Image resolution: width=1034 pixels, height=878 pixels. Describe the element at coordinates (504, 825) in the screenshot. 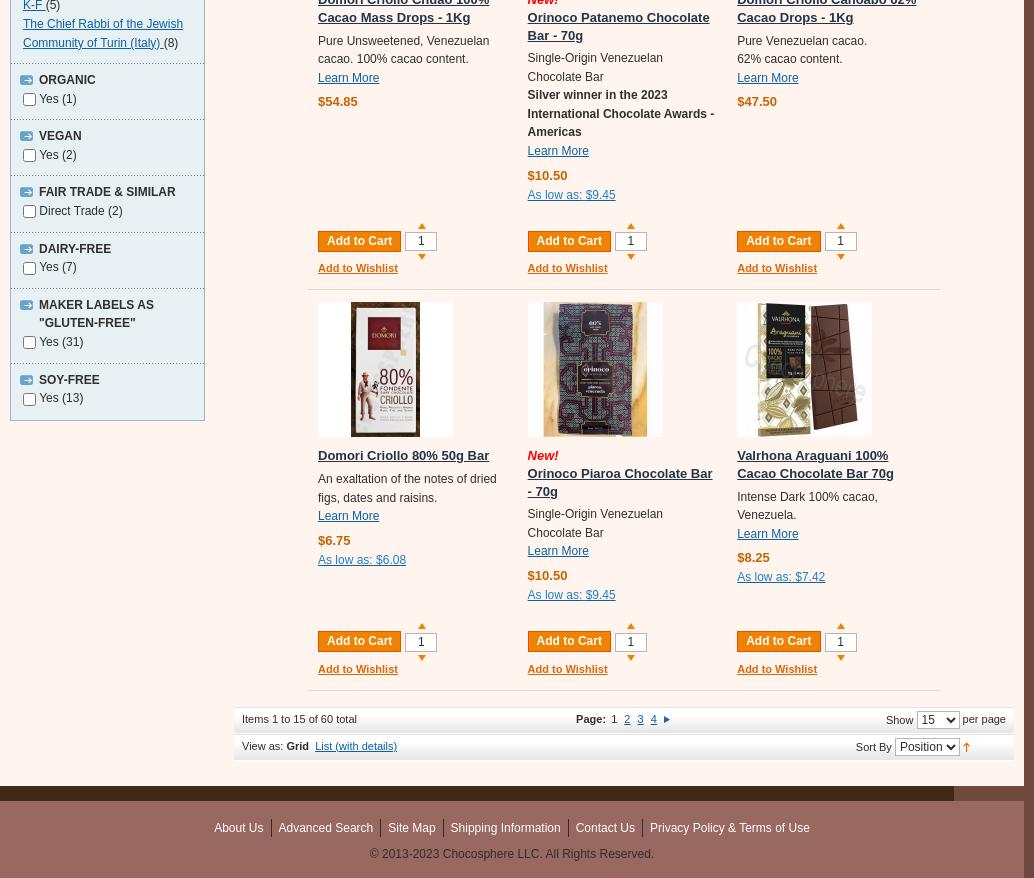

I see `'Shipping Information'` at that location.